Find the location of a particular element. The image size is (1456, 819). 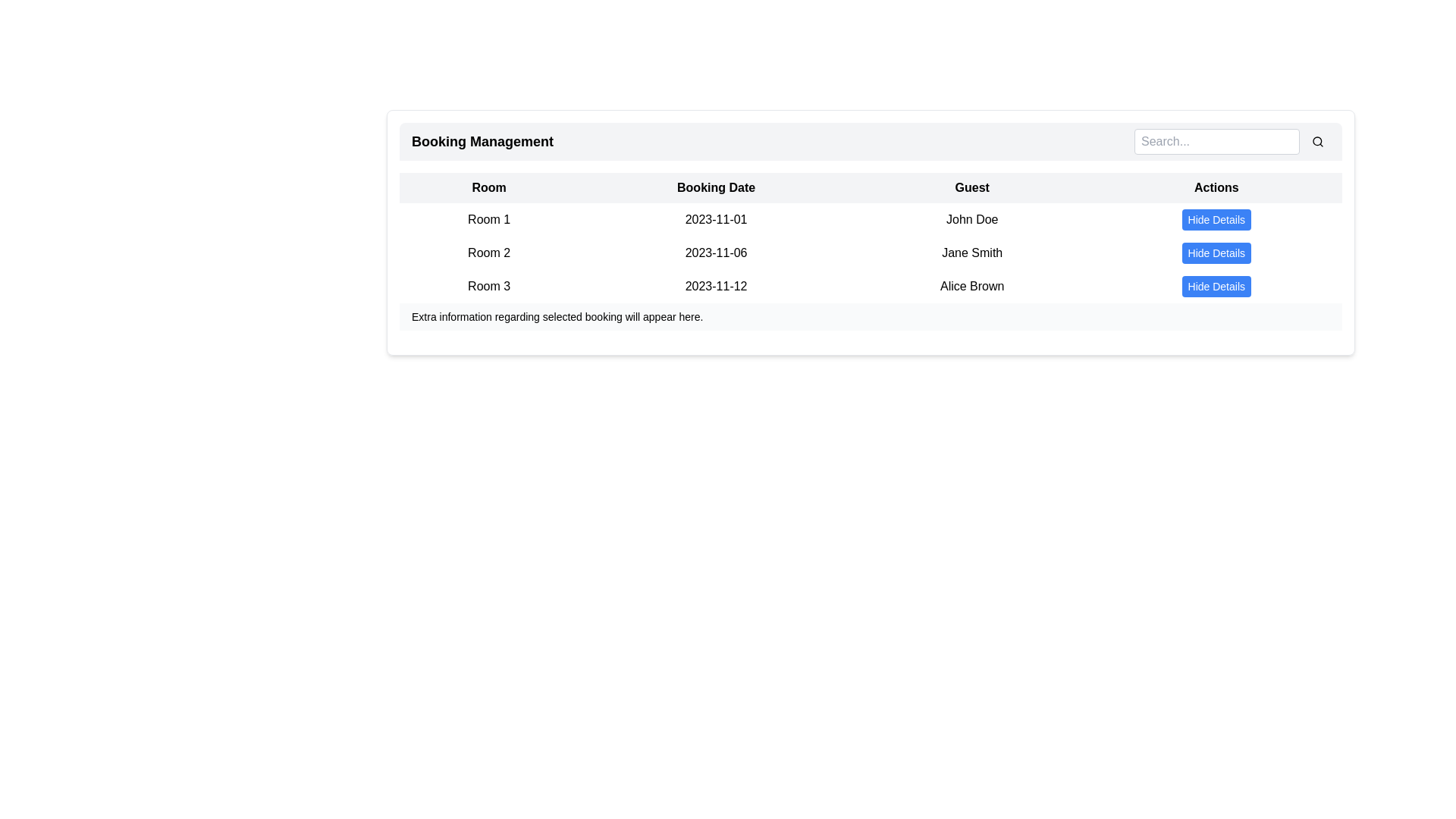

the button in the 'Actions' column of the table, specifically in the second row associated with 'Jane Smith', to hide additional details for that row is located at coordinates (1216, 253).